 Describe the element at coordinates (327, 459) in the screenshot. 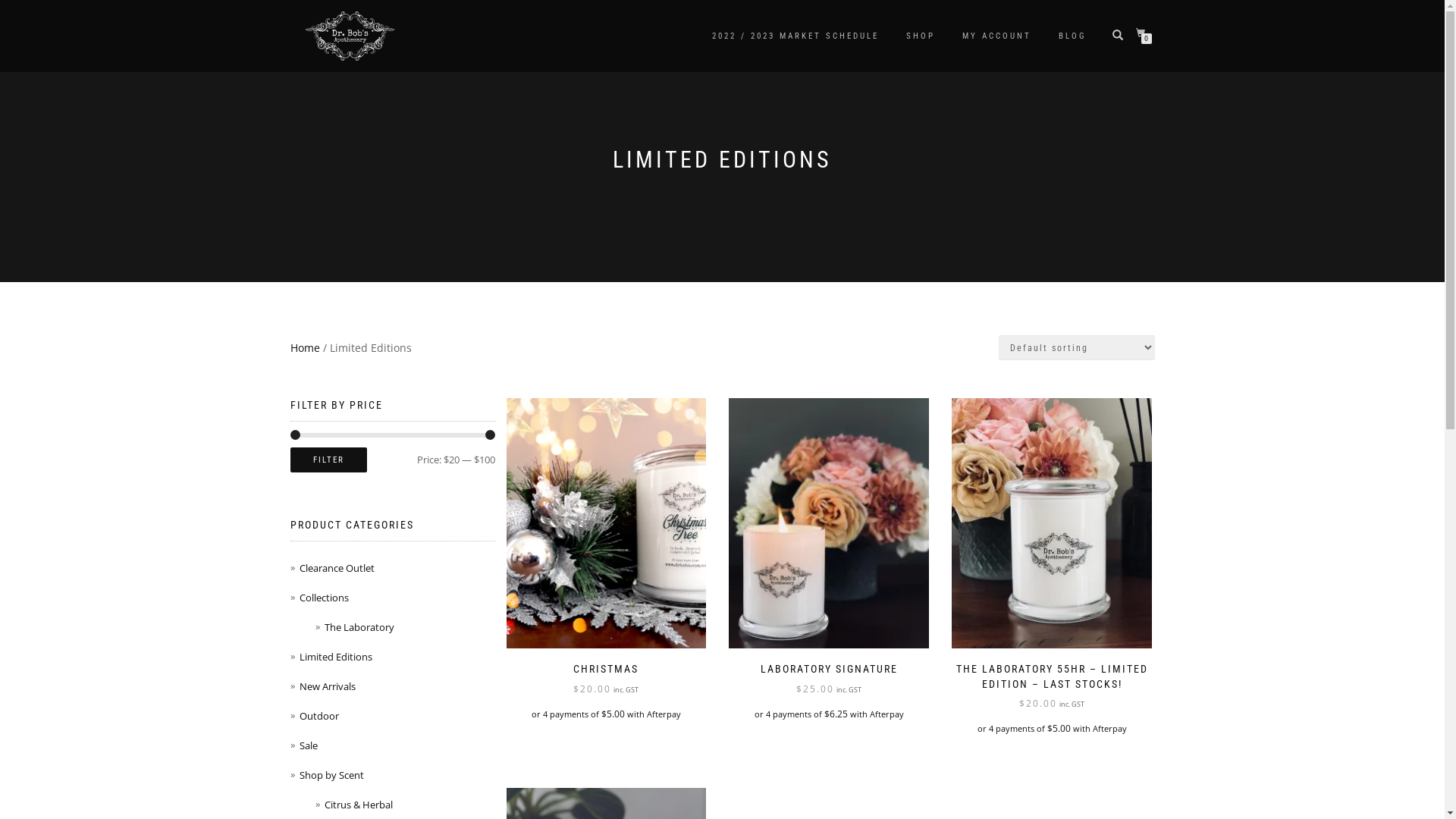

I see `'FILTER'` at that location.